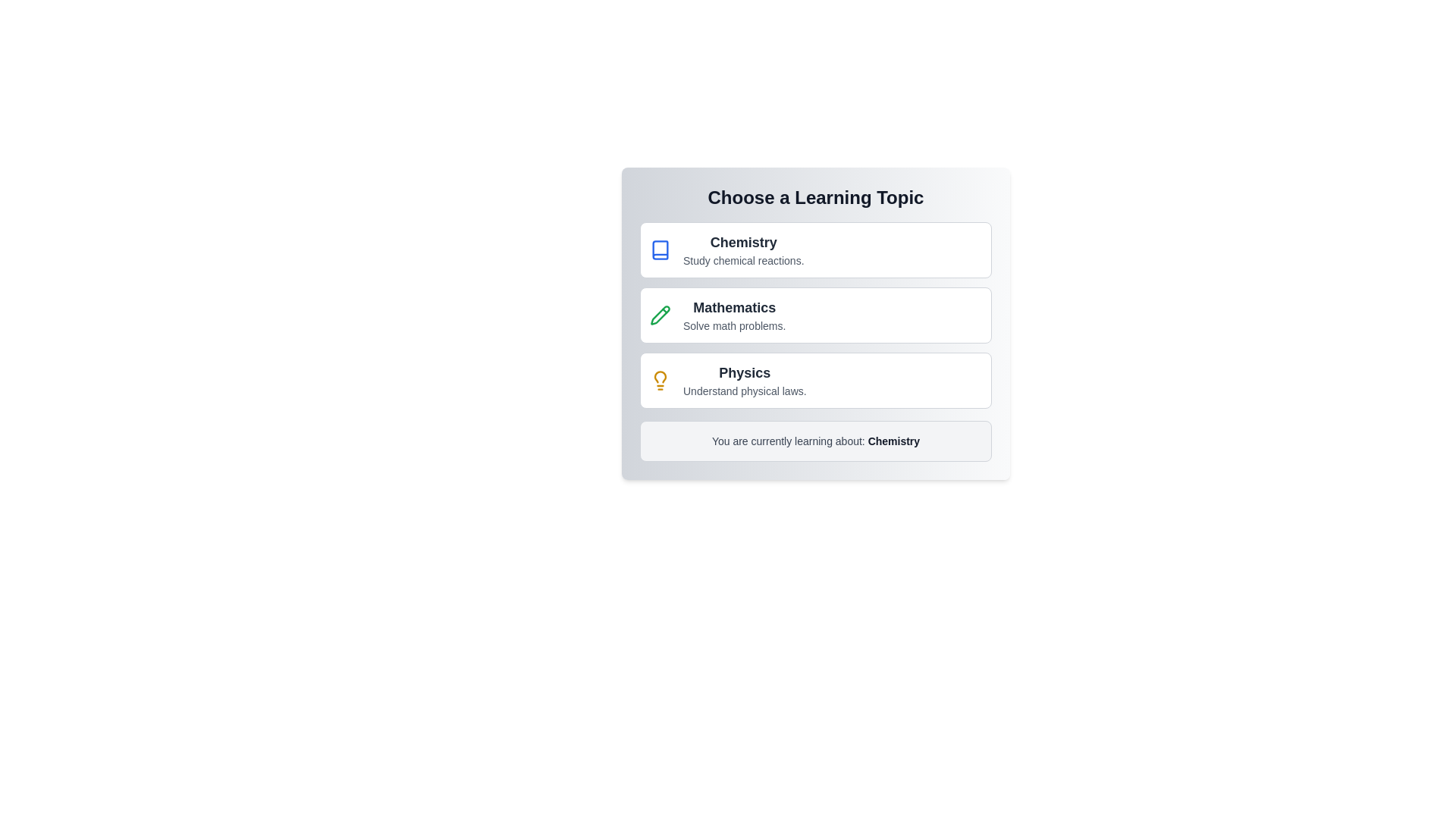  What do you see at coordinates (660, 315) in the screenshot?
I see `the green pencil icon located to the left of the text 'Mathematics' in the content box` at bounding box center [660, 315].